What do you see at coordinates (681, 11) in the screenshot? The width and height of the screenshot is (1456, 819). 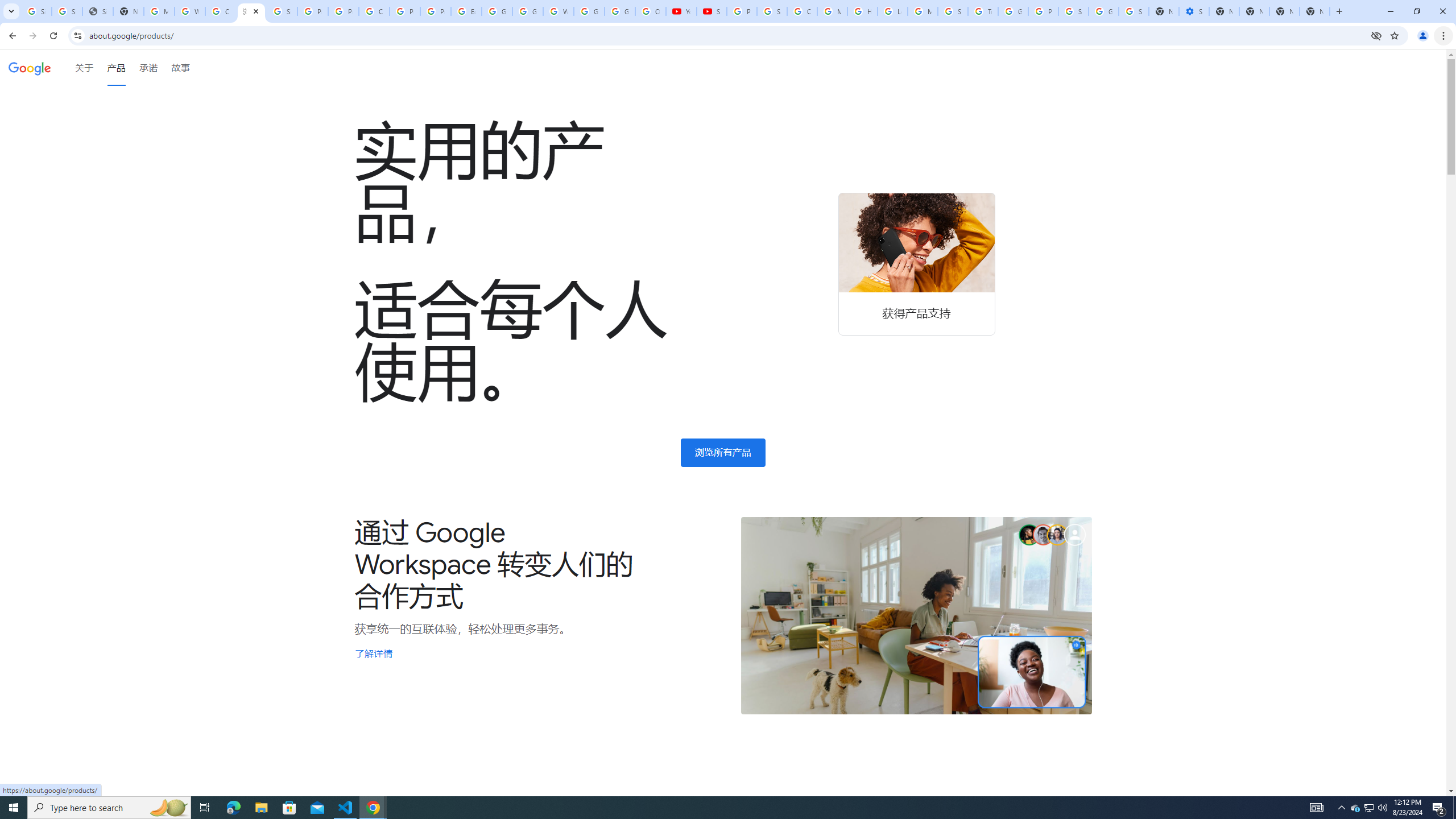 I see `'YouTube'` at bounding box center [681, 11].